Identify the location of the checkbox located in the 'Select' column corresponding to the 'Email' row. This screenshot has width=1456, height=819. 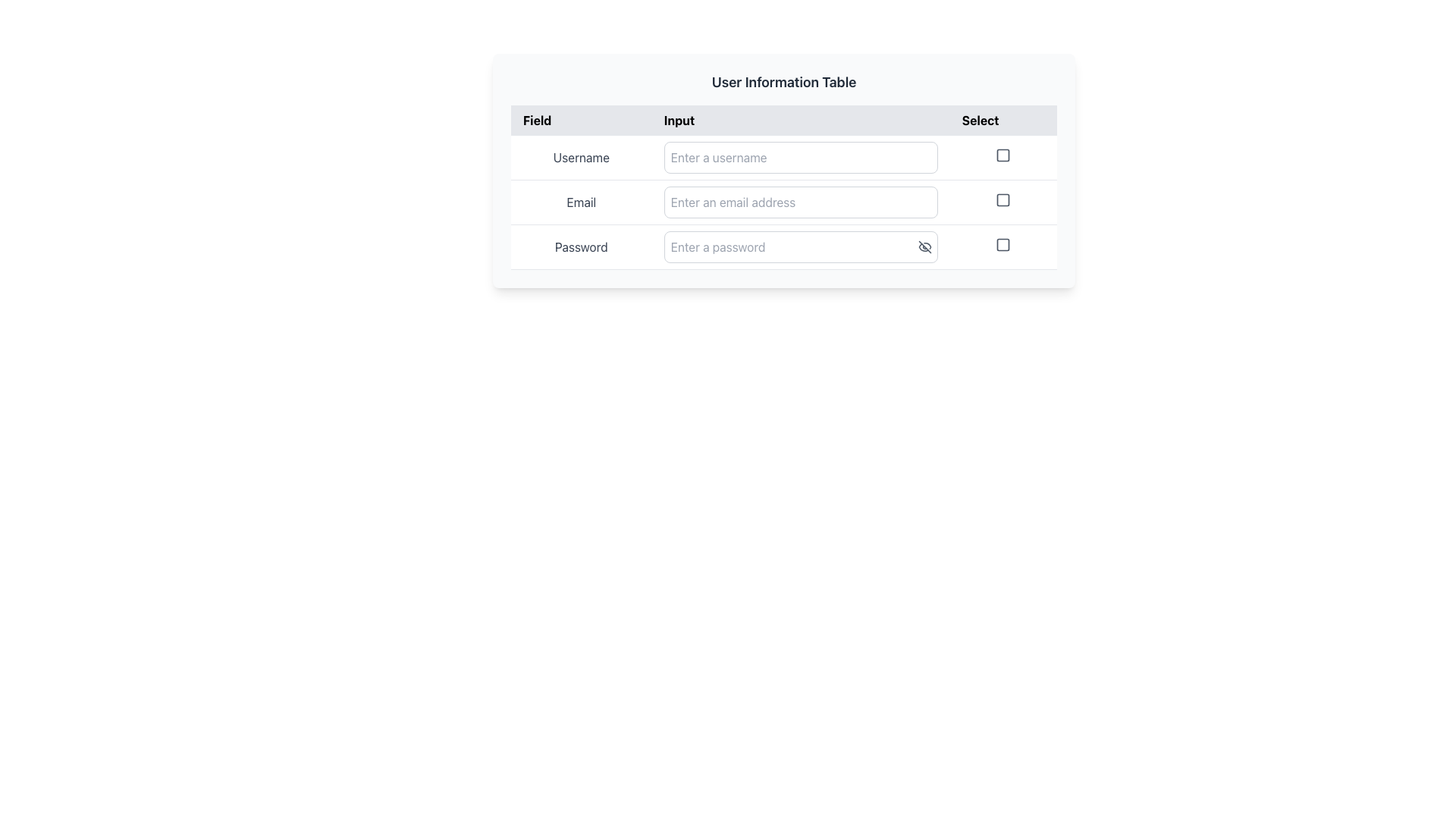
(1003, 199).